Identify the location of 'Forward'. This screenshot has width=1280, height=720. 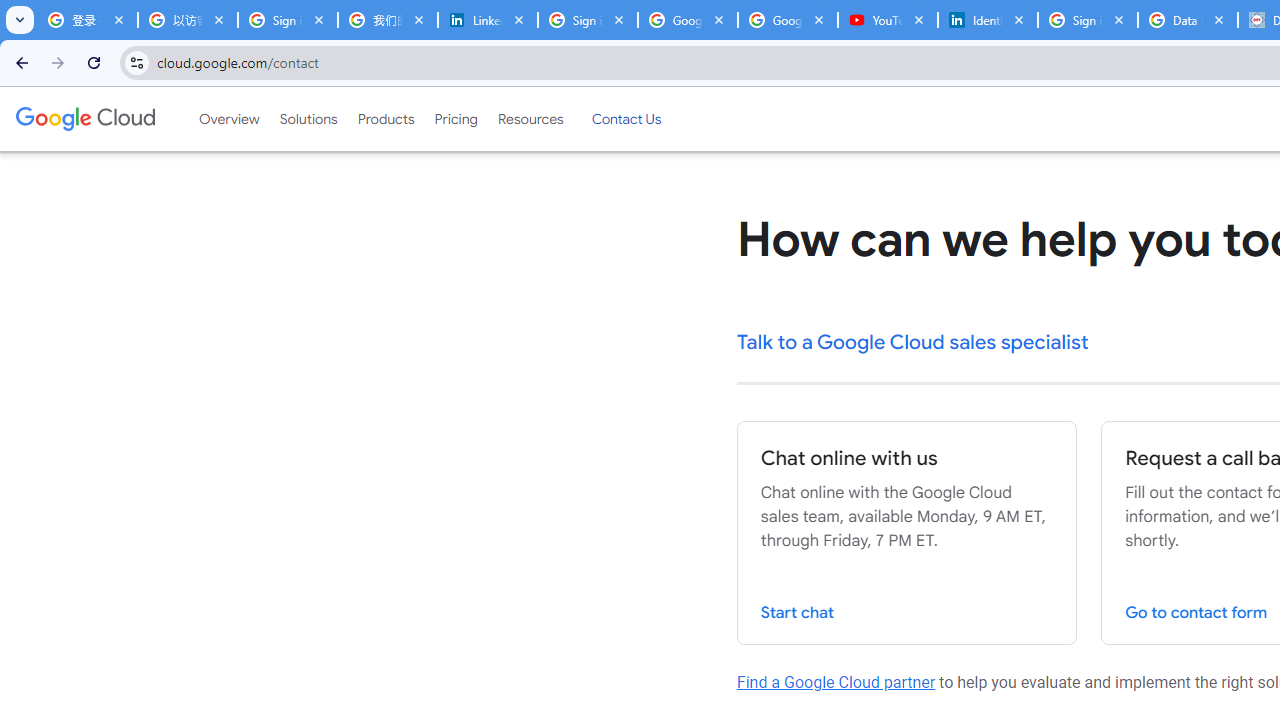
(58, 61).